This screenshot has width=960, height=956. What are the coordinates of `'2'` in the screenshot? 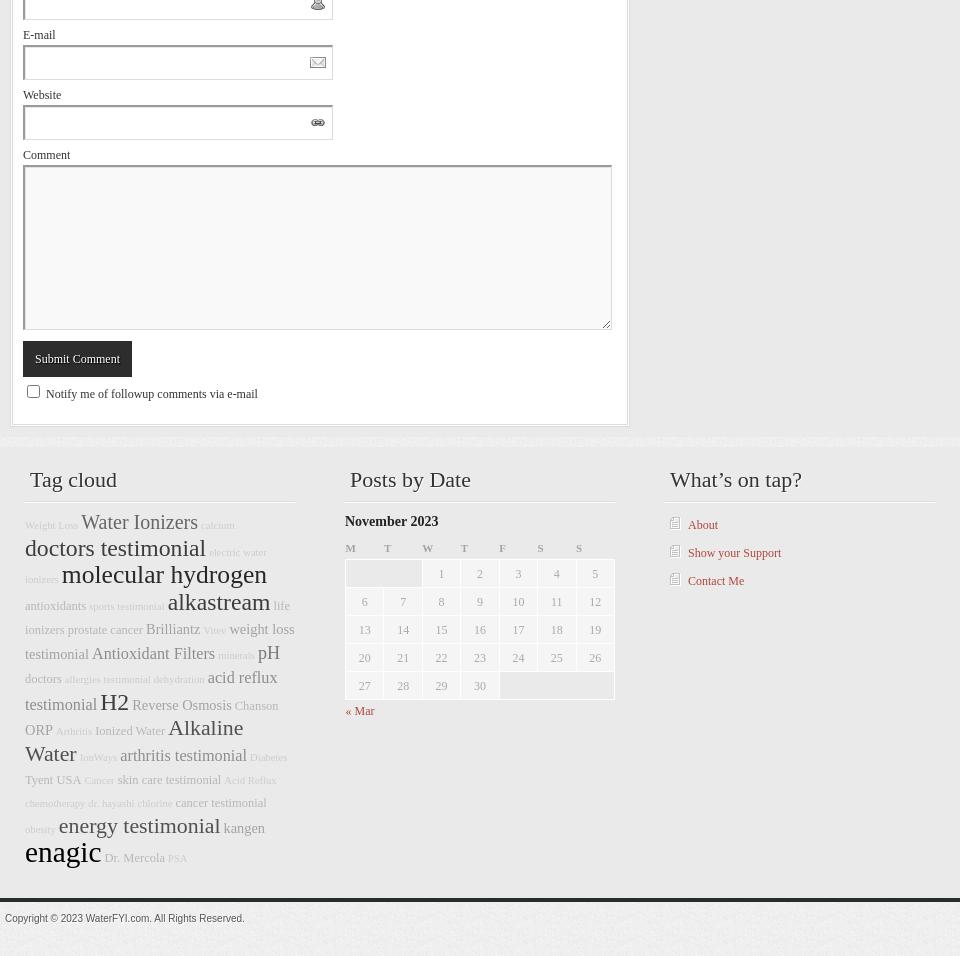 It's located at (479, 572).